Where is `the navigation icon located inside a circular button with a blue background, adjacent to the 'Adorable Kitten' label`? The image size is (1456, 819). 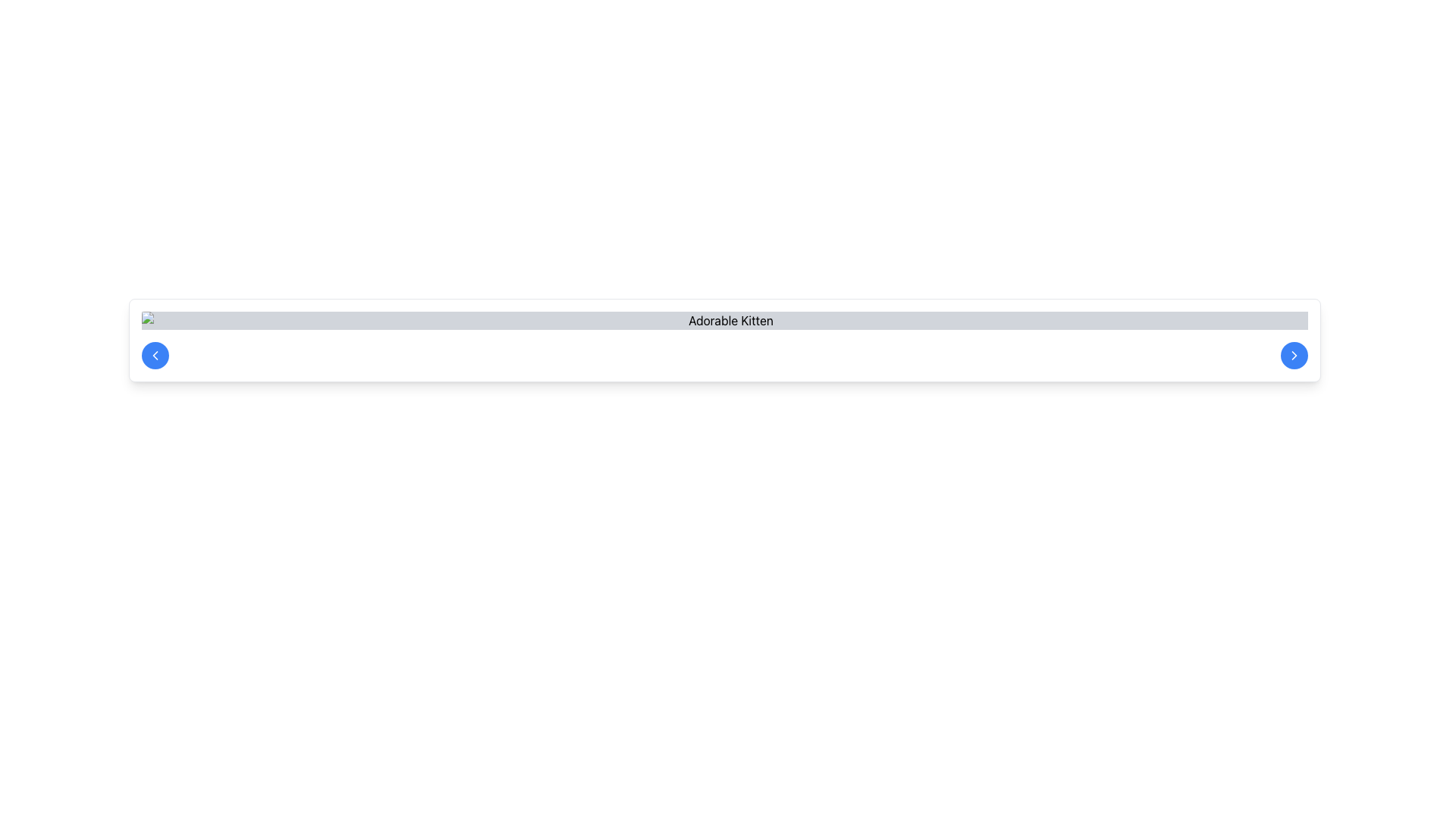 the navigation icon located inside a circular button with a blue background, adjacent to the 'Adorable Kitten' label is located at coordinates (1294, 356).